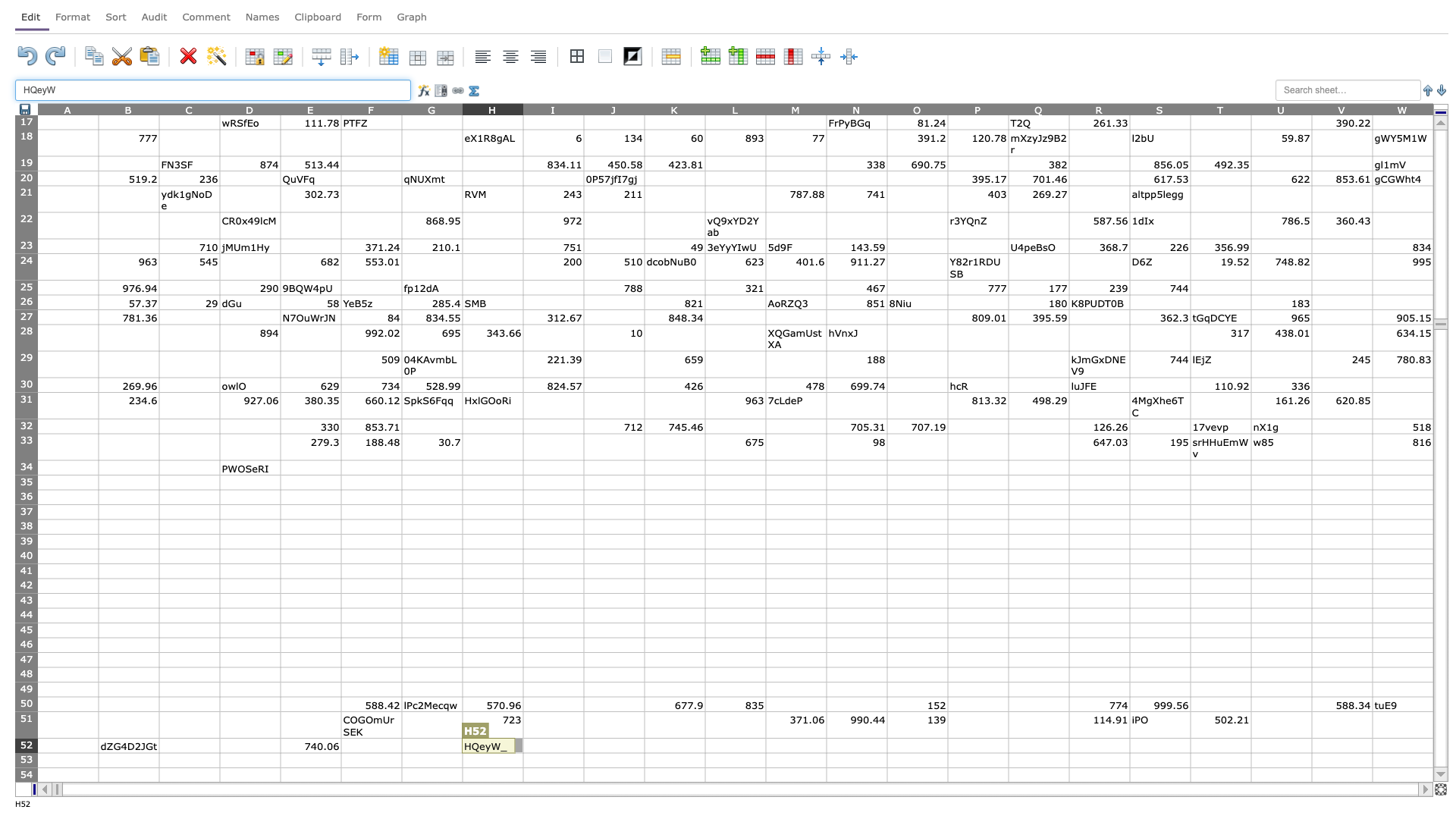 The image size is (1456, 819). I want to click on Upper left corner of cell I52, so click(523, 737).